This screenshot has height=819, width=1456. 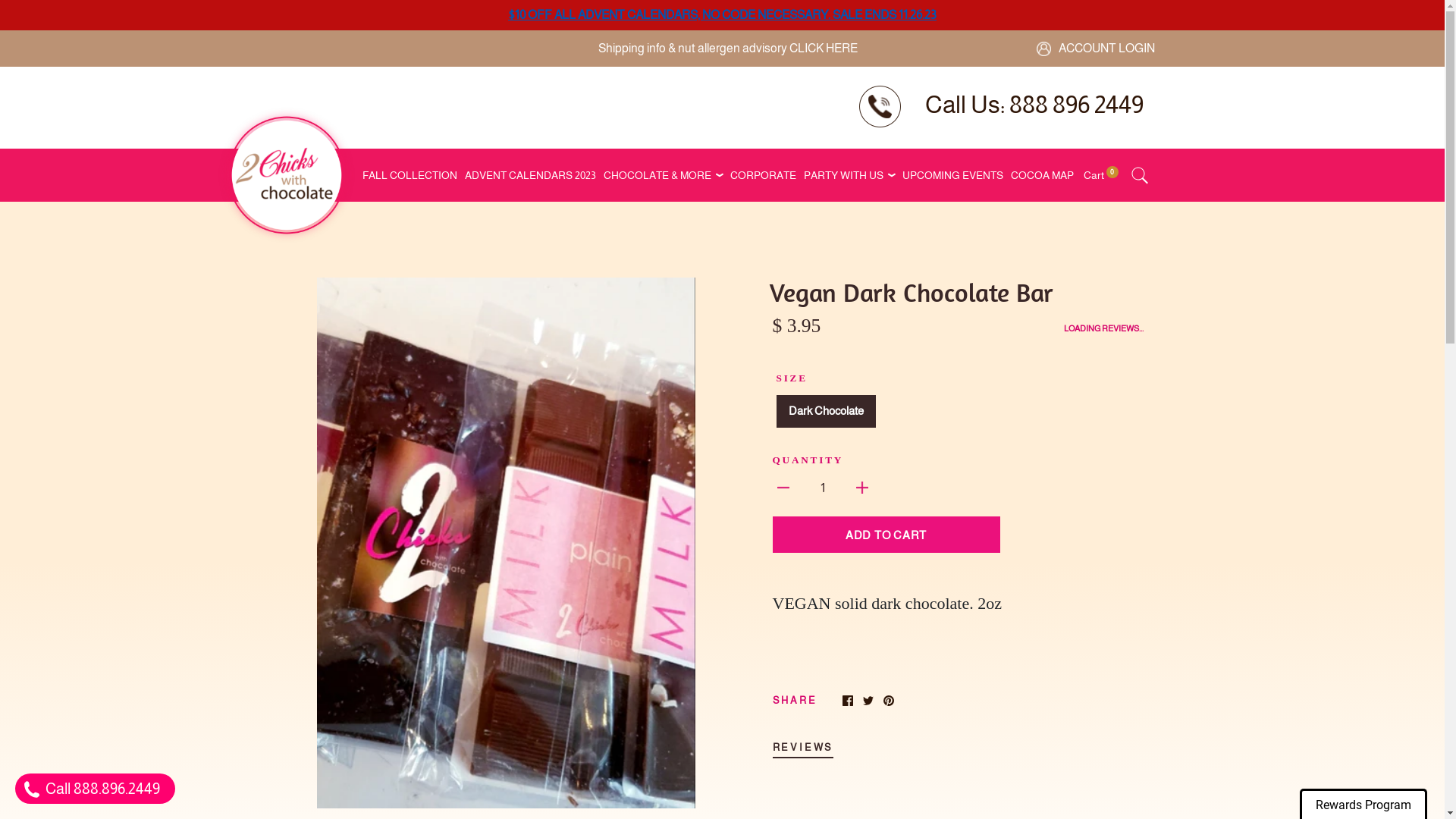 I want to click on 'PARTY WITH US', so click(x=799, y=174).